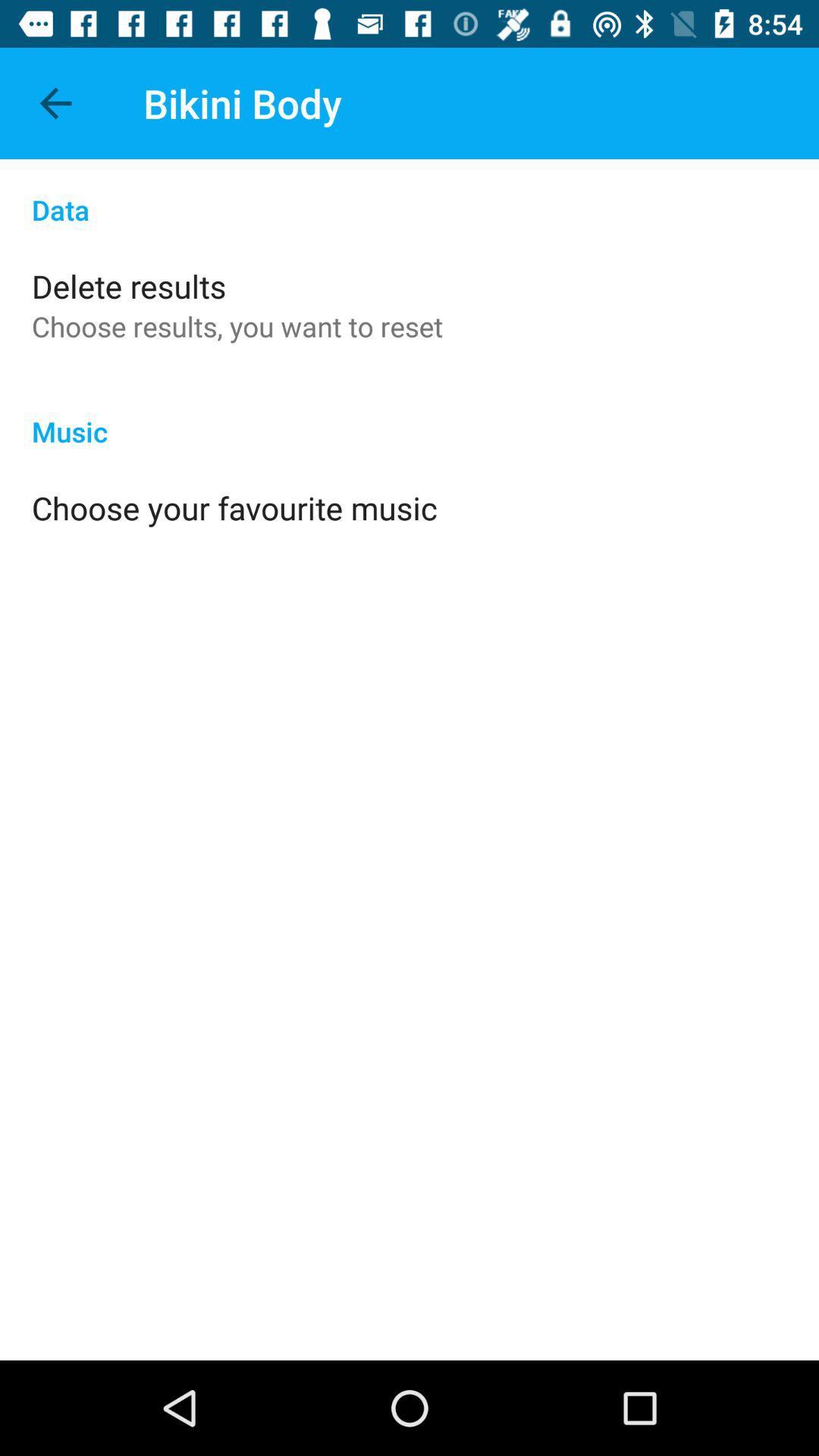  Describe the element at coordinates (55, 102) in the screenshot. I see `the app next to bikini body item` at that location.